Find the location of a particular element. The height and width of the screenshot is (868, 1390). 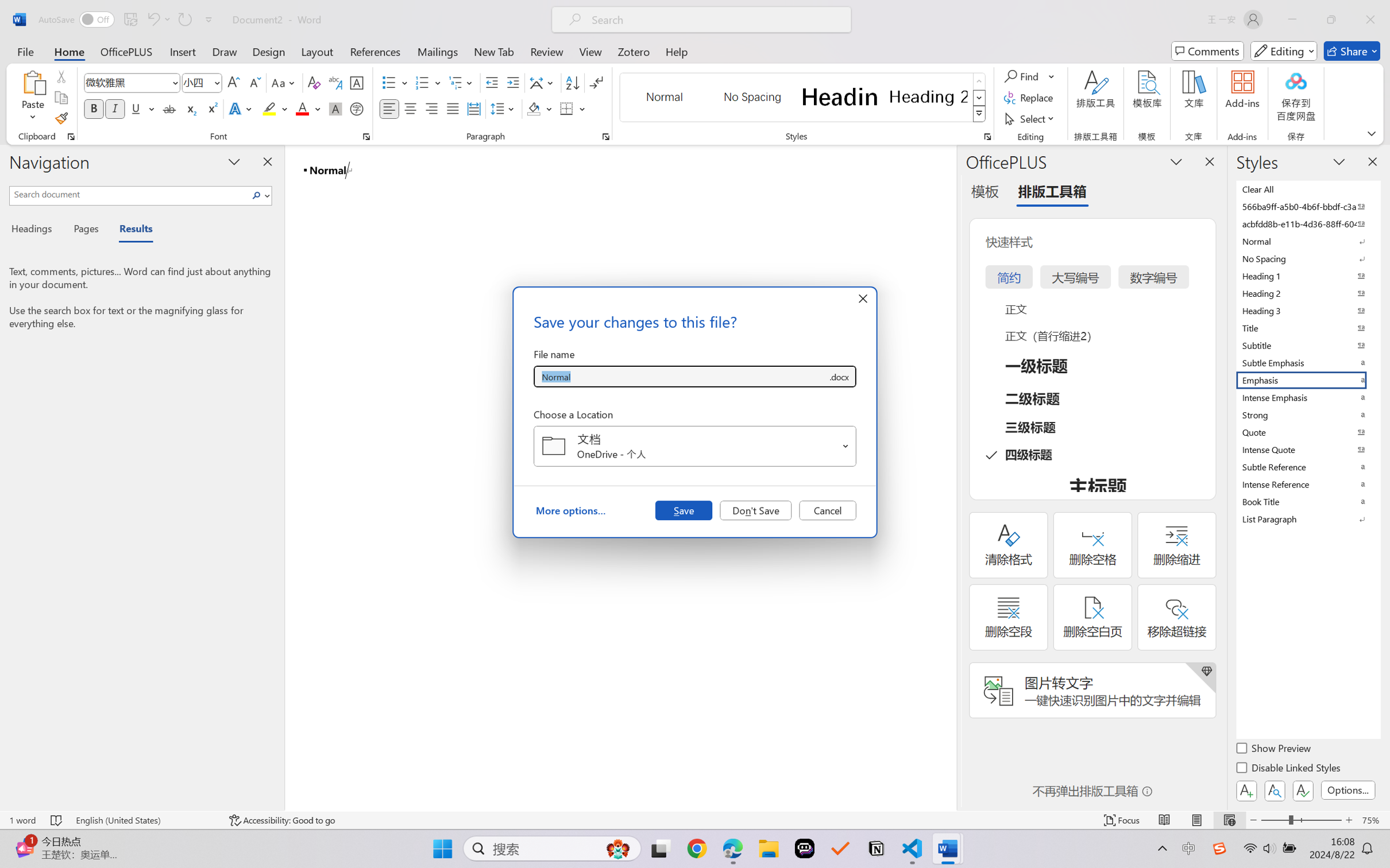

'Underline' is located at coordinates (135, 108).